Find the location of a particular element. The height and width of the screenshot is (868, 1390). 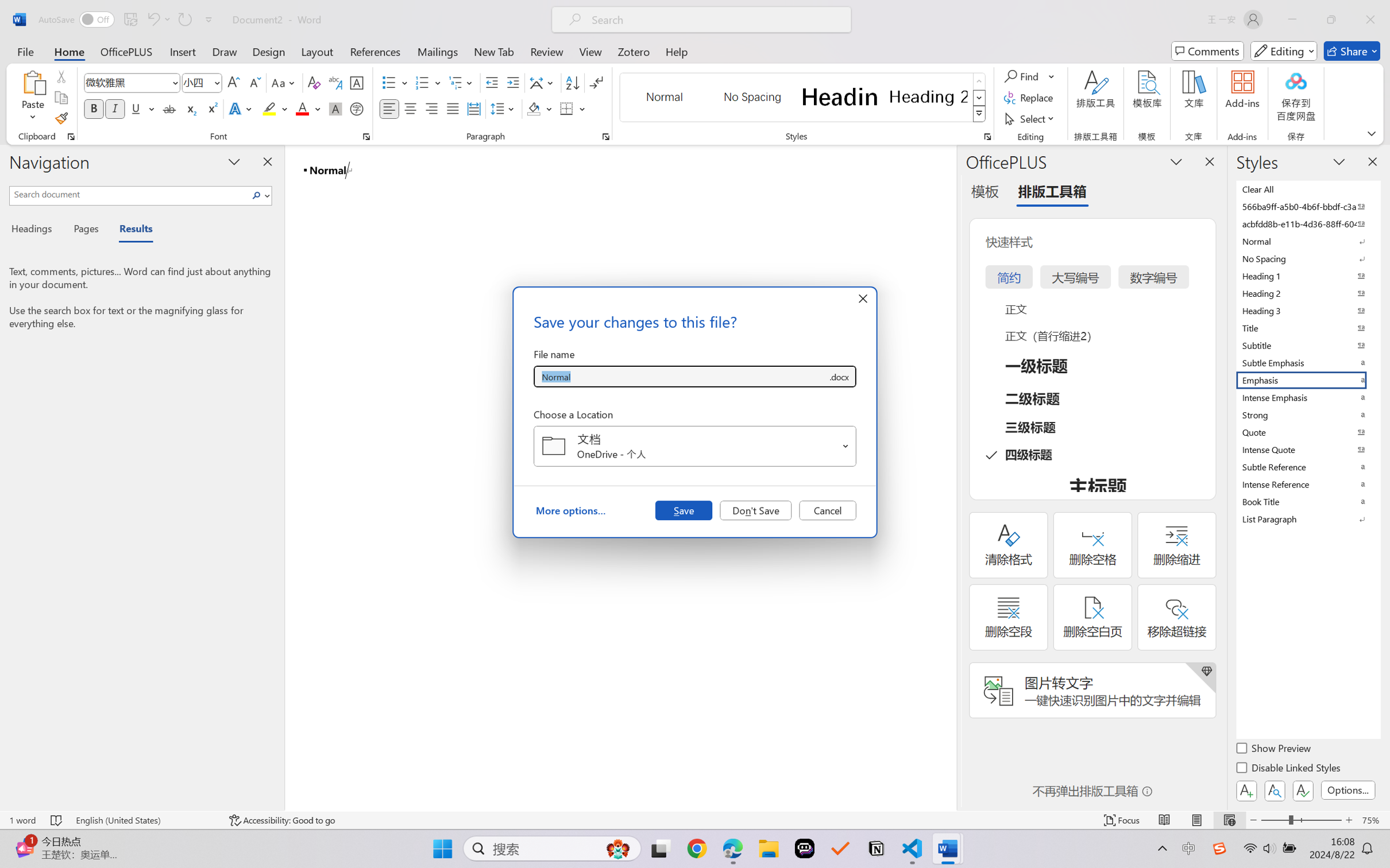

'Underline' is located at coordinates (135, 108).